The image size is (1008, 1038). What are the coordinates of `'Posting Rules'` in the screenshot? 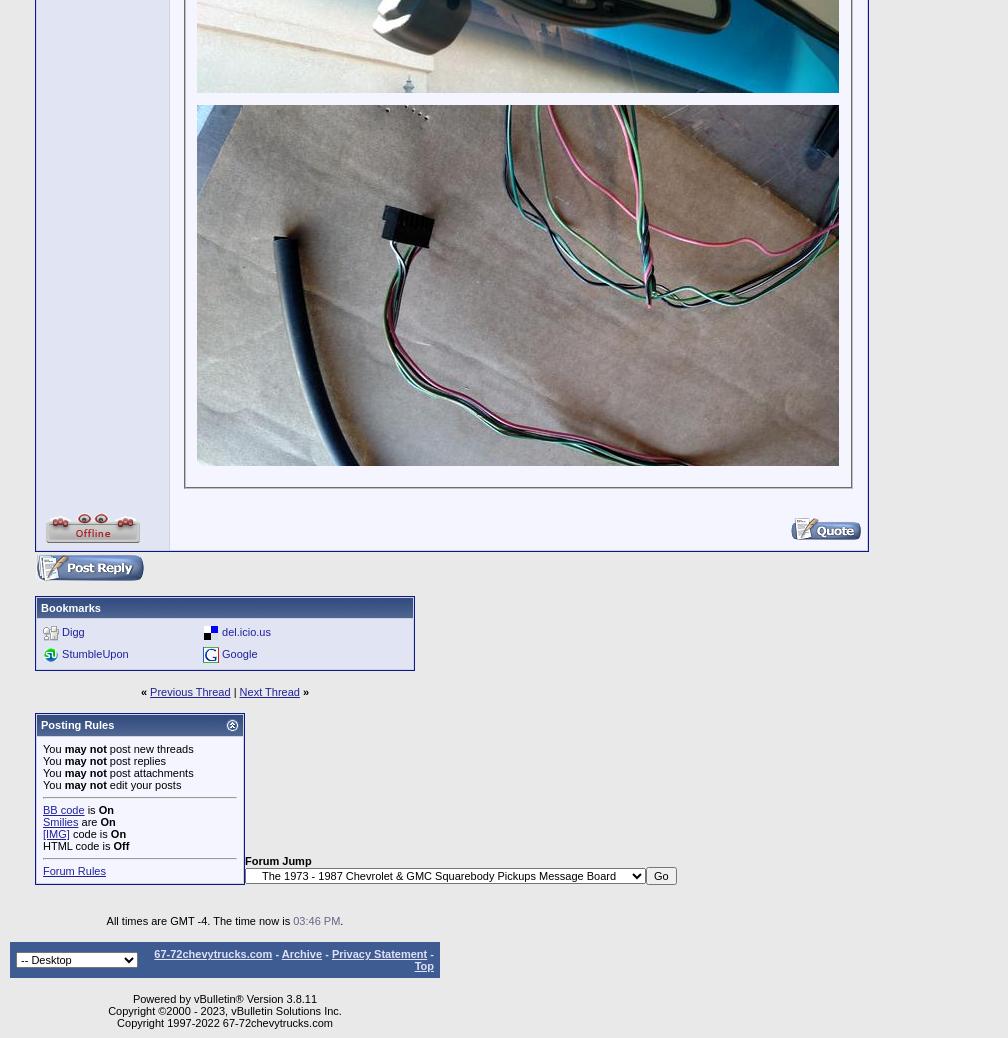 It's located at (77, 724).